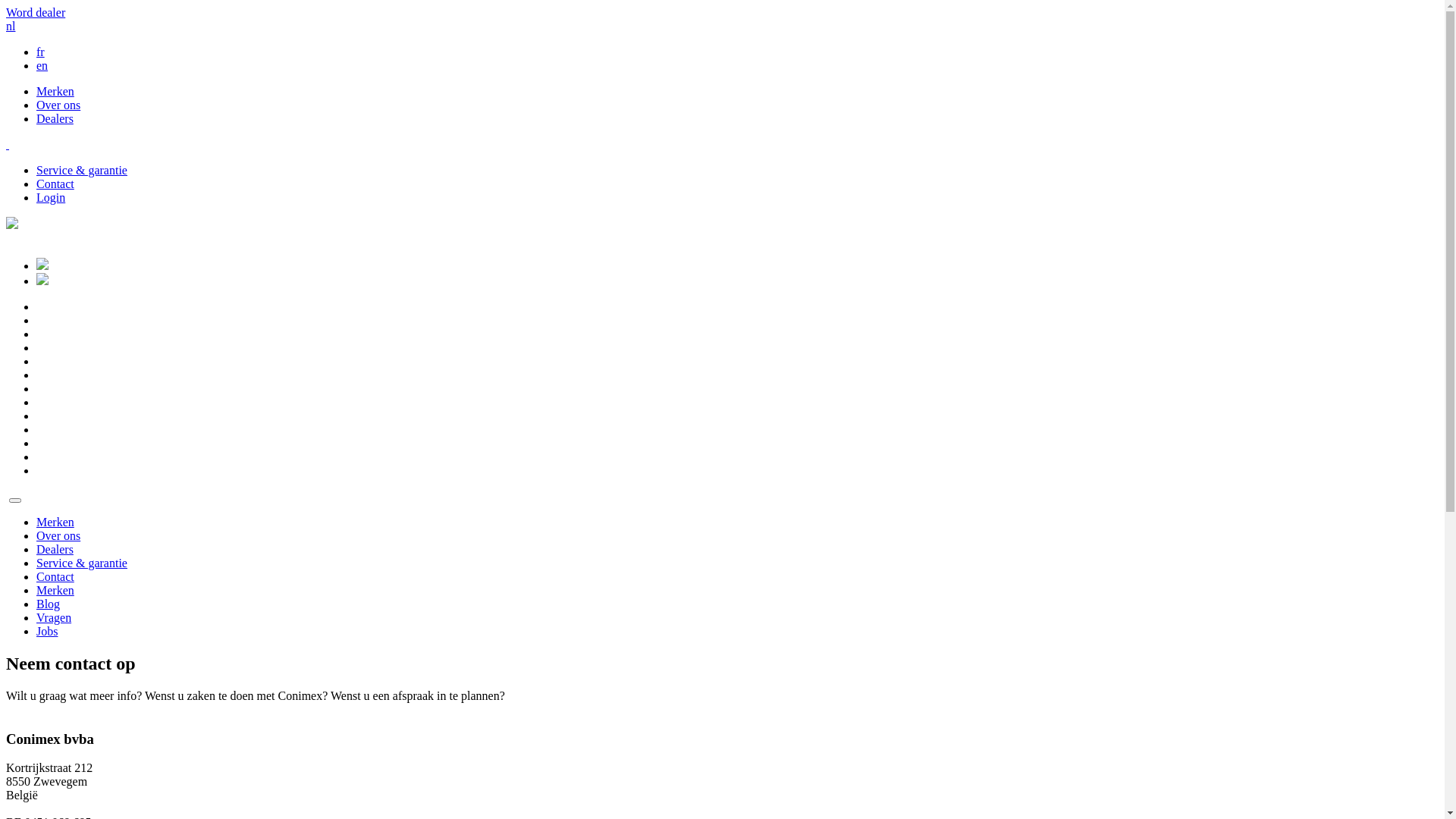 The width and height of the screenshot is (1456, 819). What do you see at coordinates (36, 183) in the screenshot?
I see `'Contact'` at bounding box center [36, 183].